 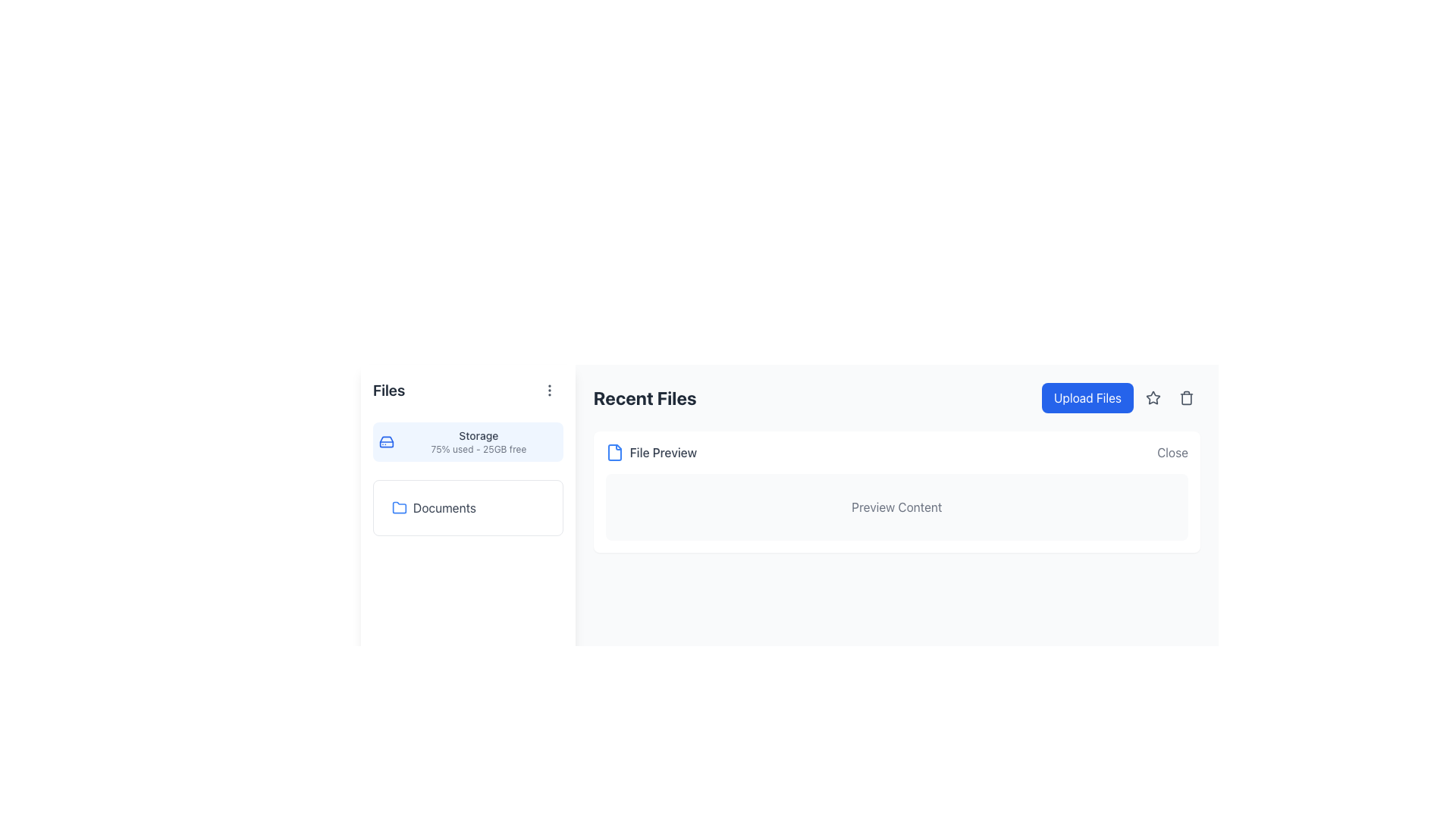 I want to click on the 'Documents' interactive list item in the sidebar, so click(x=467, y=508).